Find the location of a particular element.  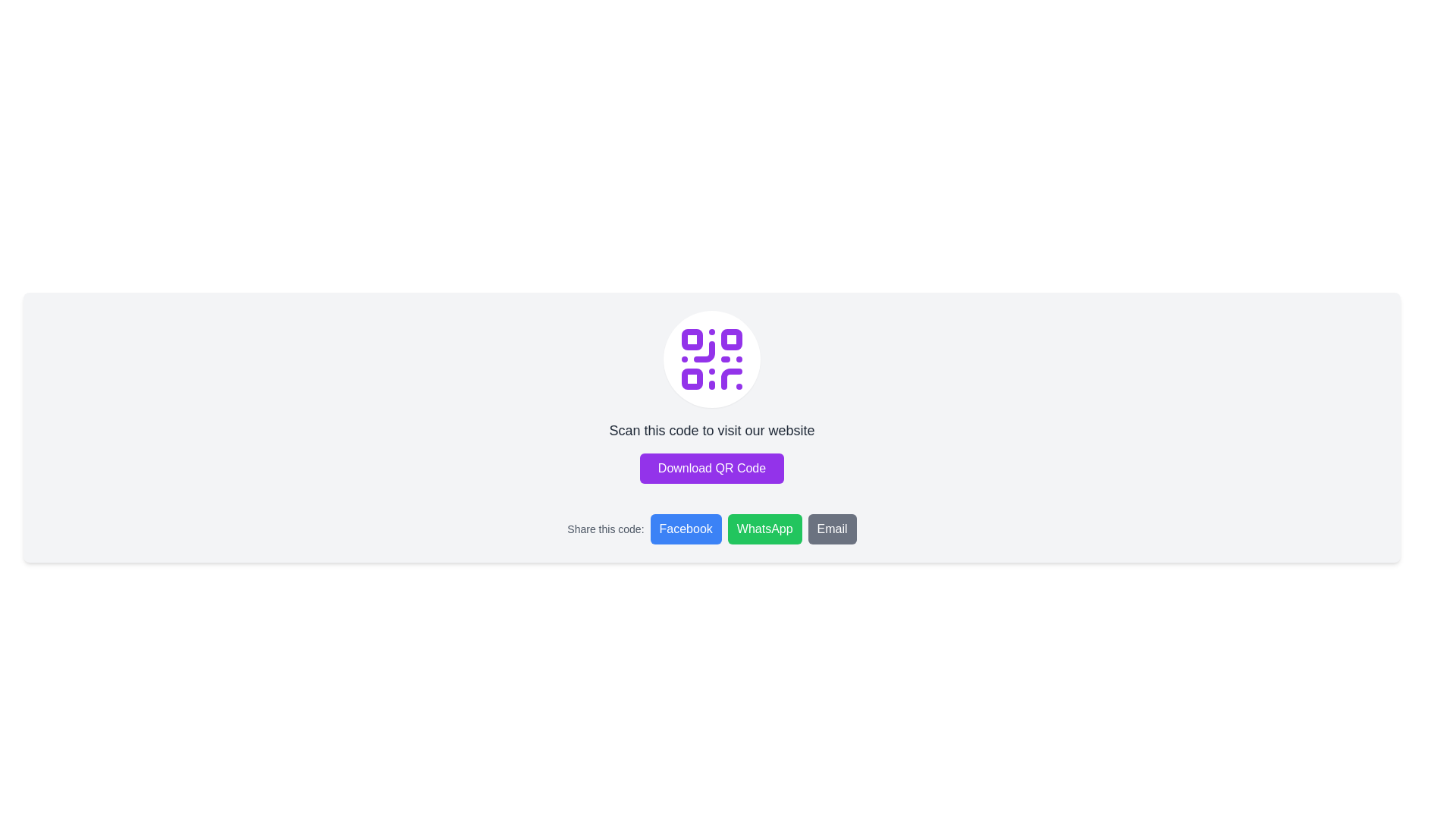

the WhatsApp share button, which is the second button from the left in a row of three buttons labeled 'Facebook', 'WhatsApp', and 'Email', located beneath the 'Share this code:' text is located at coordinates (764, 529).